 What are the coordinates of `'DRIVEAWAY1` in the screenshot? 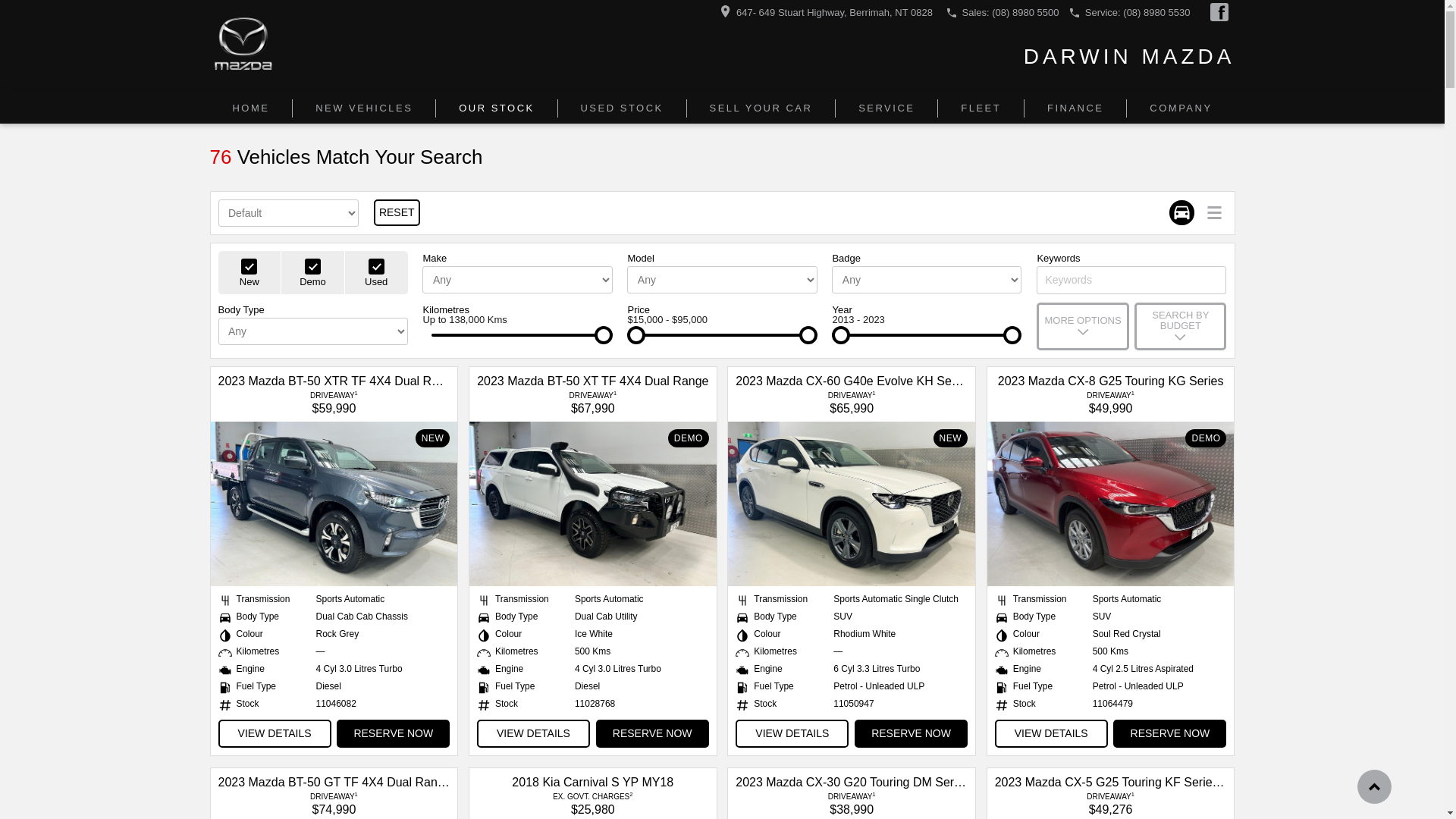 It's located at (591, 400).